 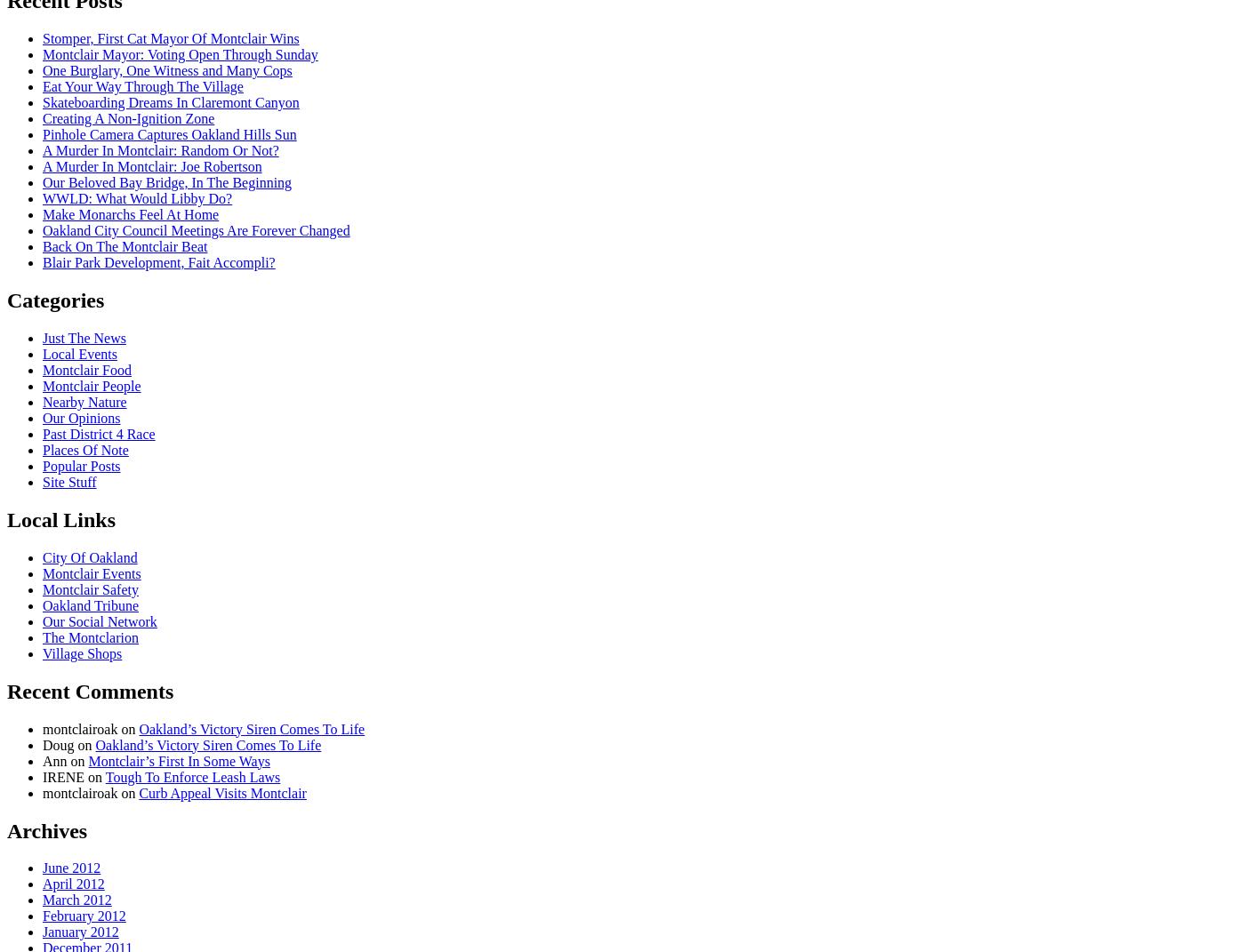 I want to click on 'City Of Oakland', so click(x=43, y=556).